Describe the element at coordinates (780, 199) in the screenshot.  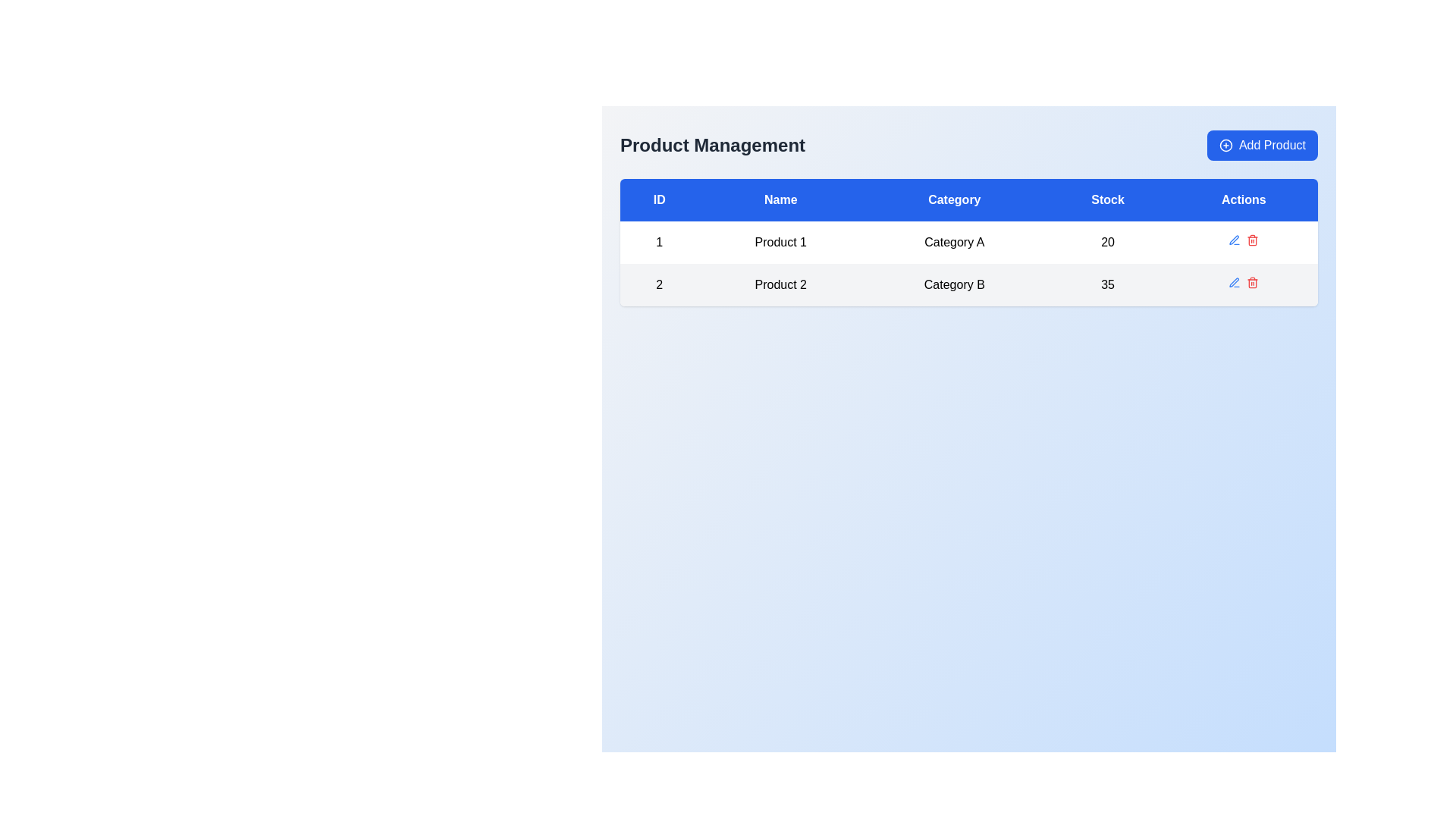
I see `the Table Header Cell with a blue background and centered white text reading 'Name', located in the second column of the table header row` at that location.